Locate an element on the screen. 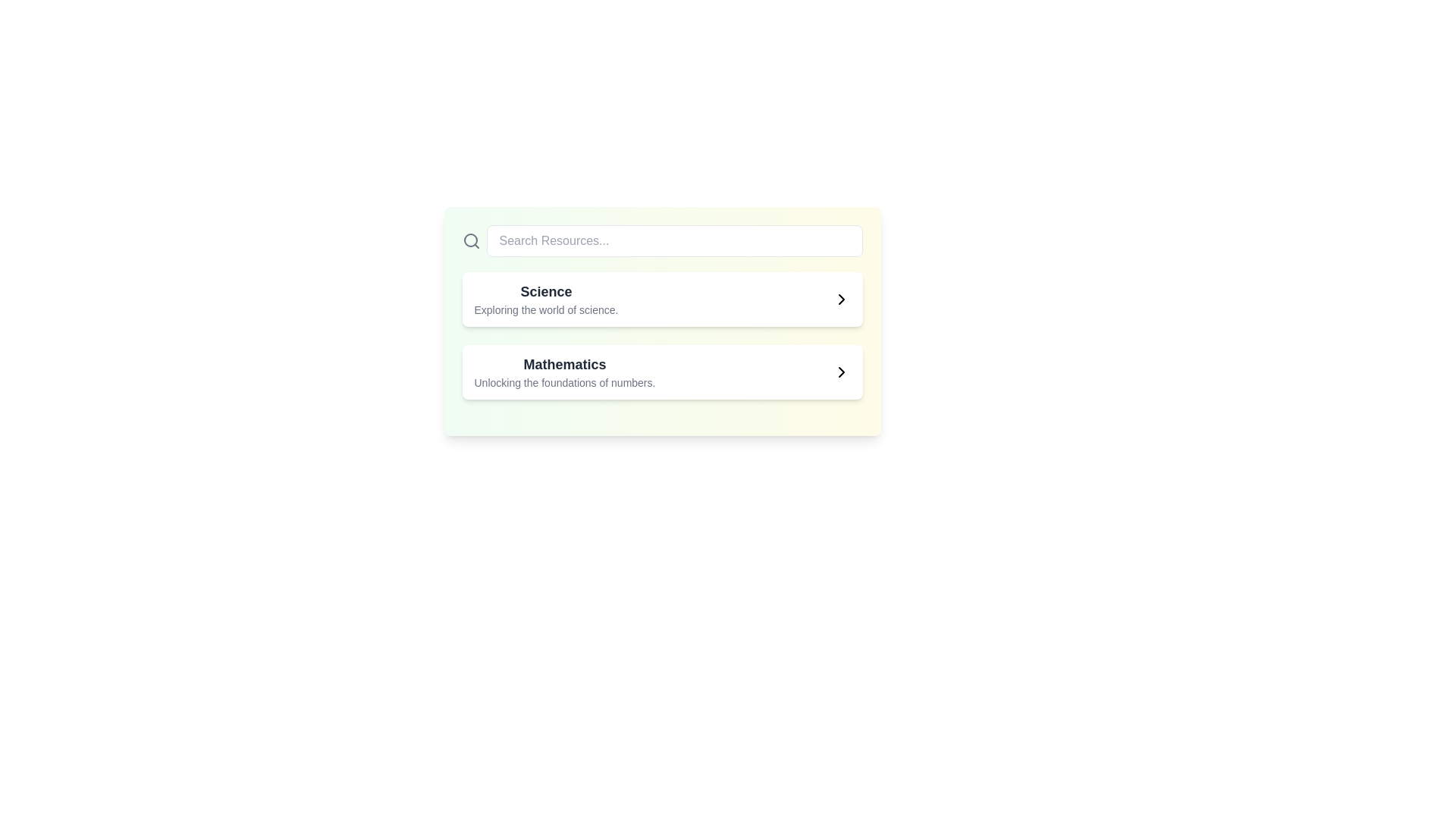  the chevron SVG icon pointing to the right is located at coordinates (840, 372).